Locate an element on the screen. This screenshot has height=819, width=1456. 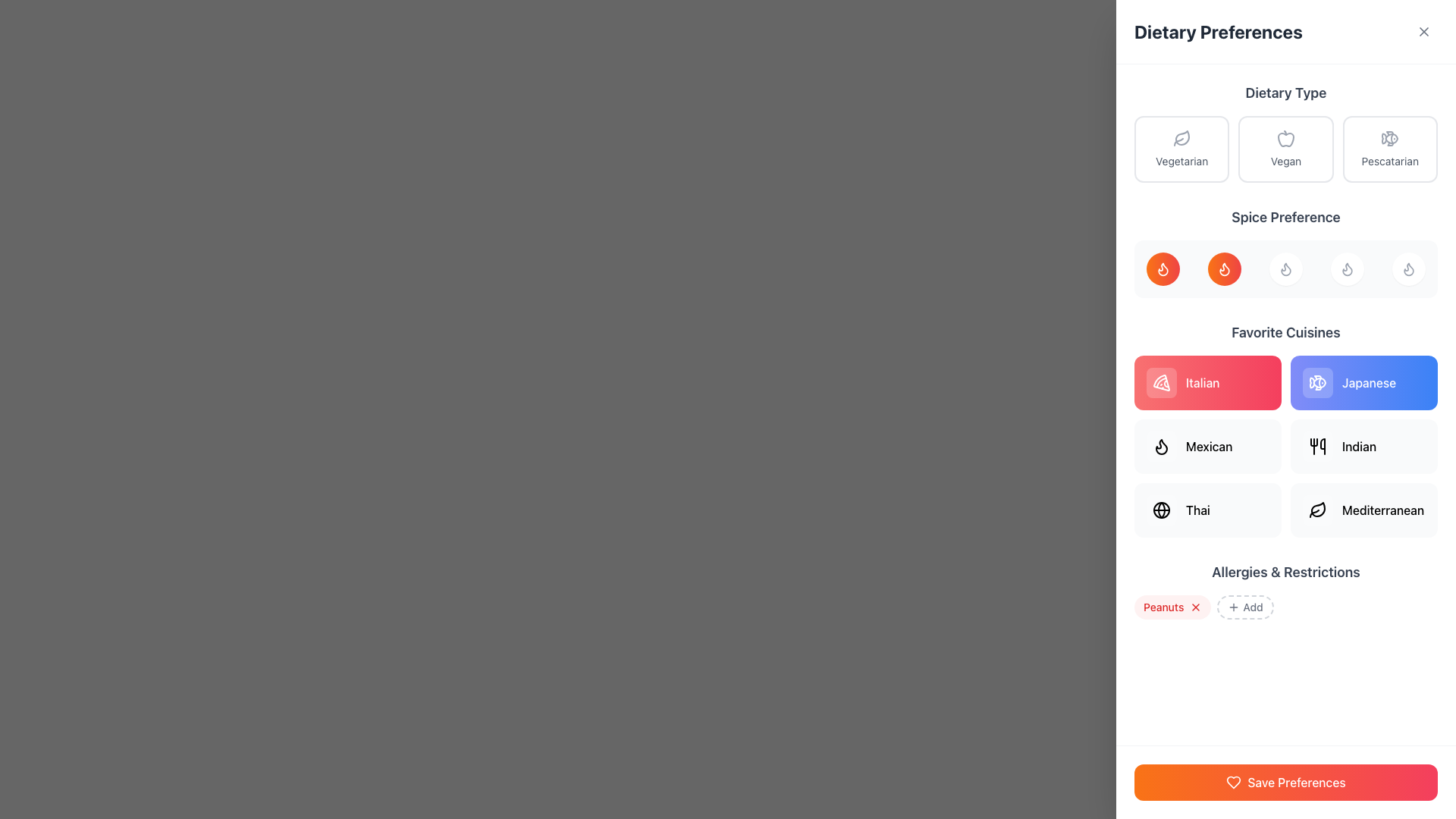
the text label reading 'Allergies & Restrictions', which is bold and prominently displayed in grayish-black color, located between the 'Favorite Cuisines' section and the 'Peanuts' label with an 'Add' button below is located at coordinates (1285, 573).